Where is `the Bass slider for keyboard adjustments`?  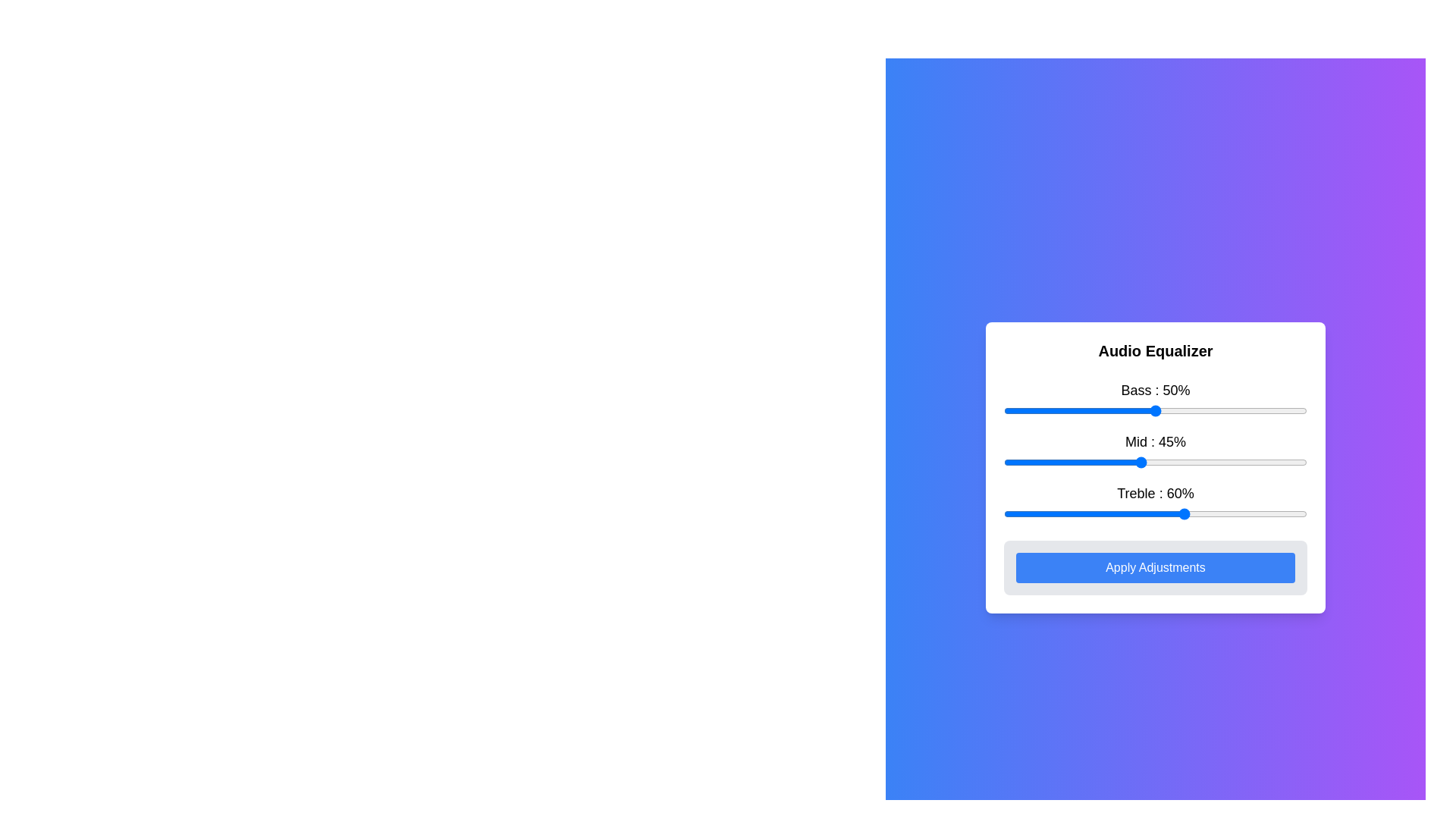
the Bass slider for keyboard adjustments is located at coordinates (1154, 411).